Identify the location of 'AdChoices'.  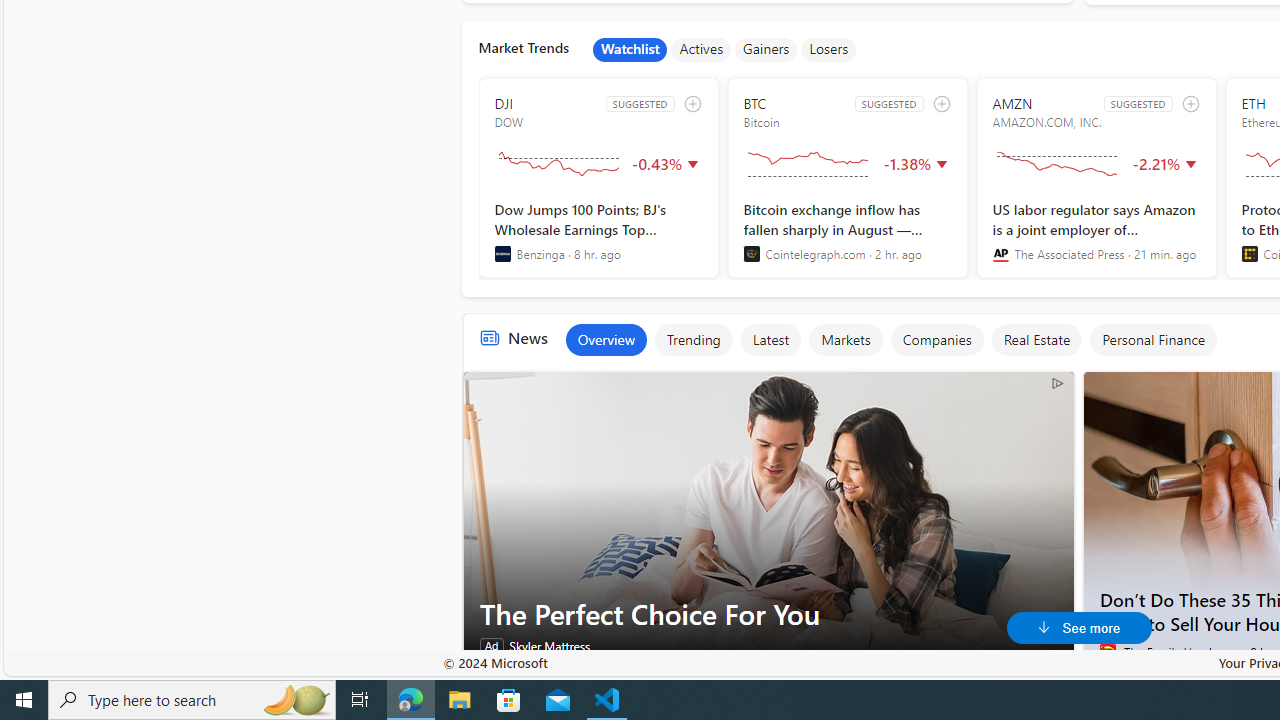
(1056, 383).